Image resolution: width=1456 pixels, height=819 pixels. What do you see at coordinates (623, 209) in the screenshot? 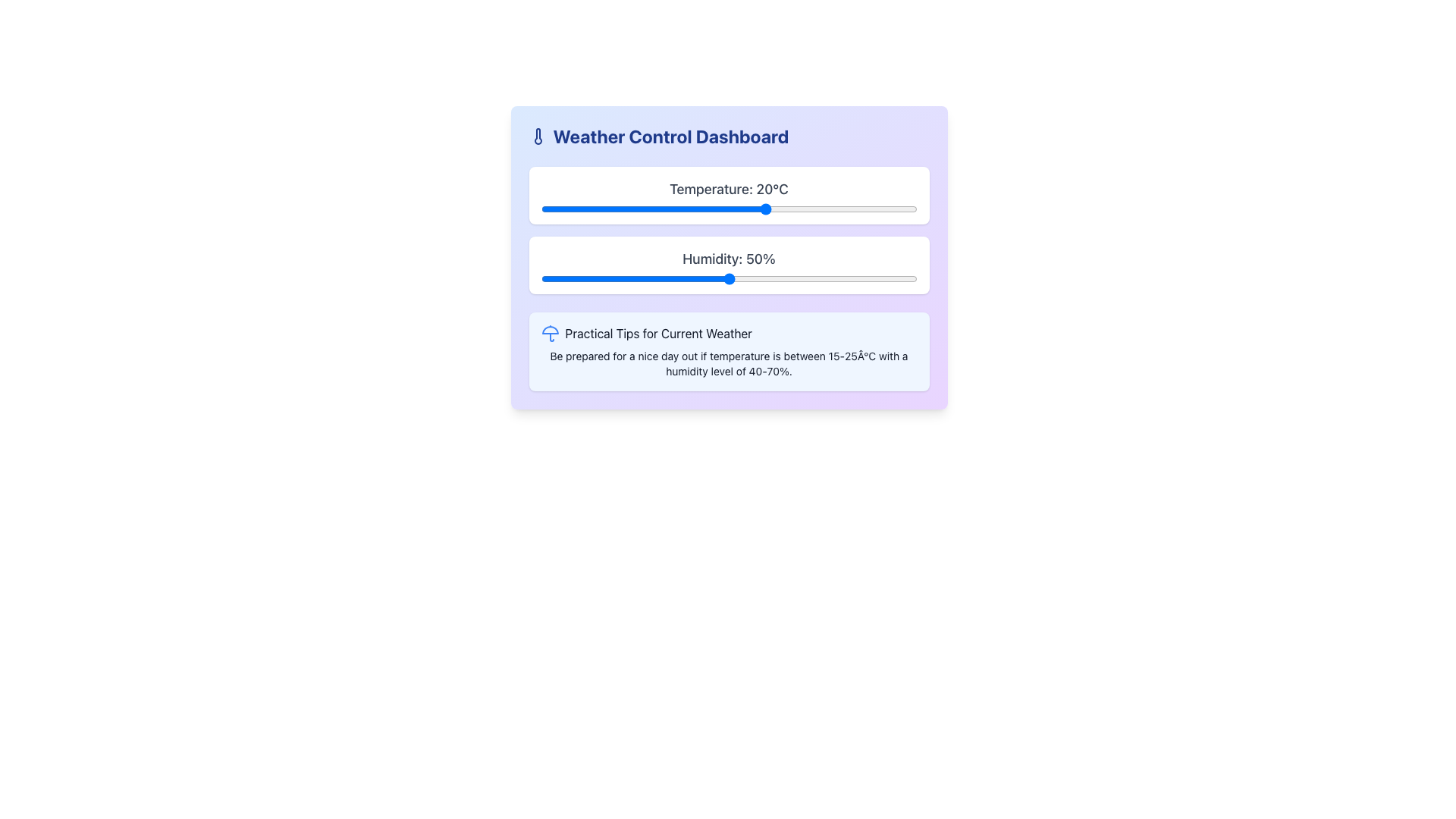
I see `temperature` at bounding box center [623, 209].